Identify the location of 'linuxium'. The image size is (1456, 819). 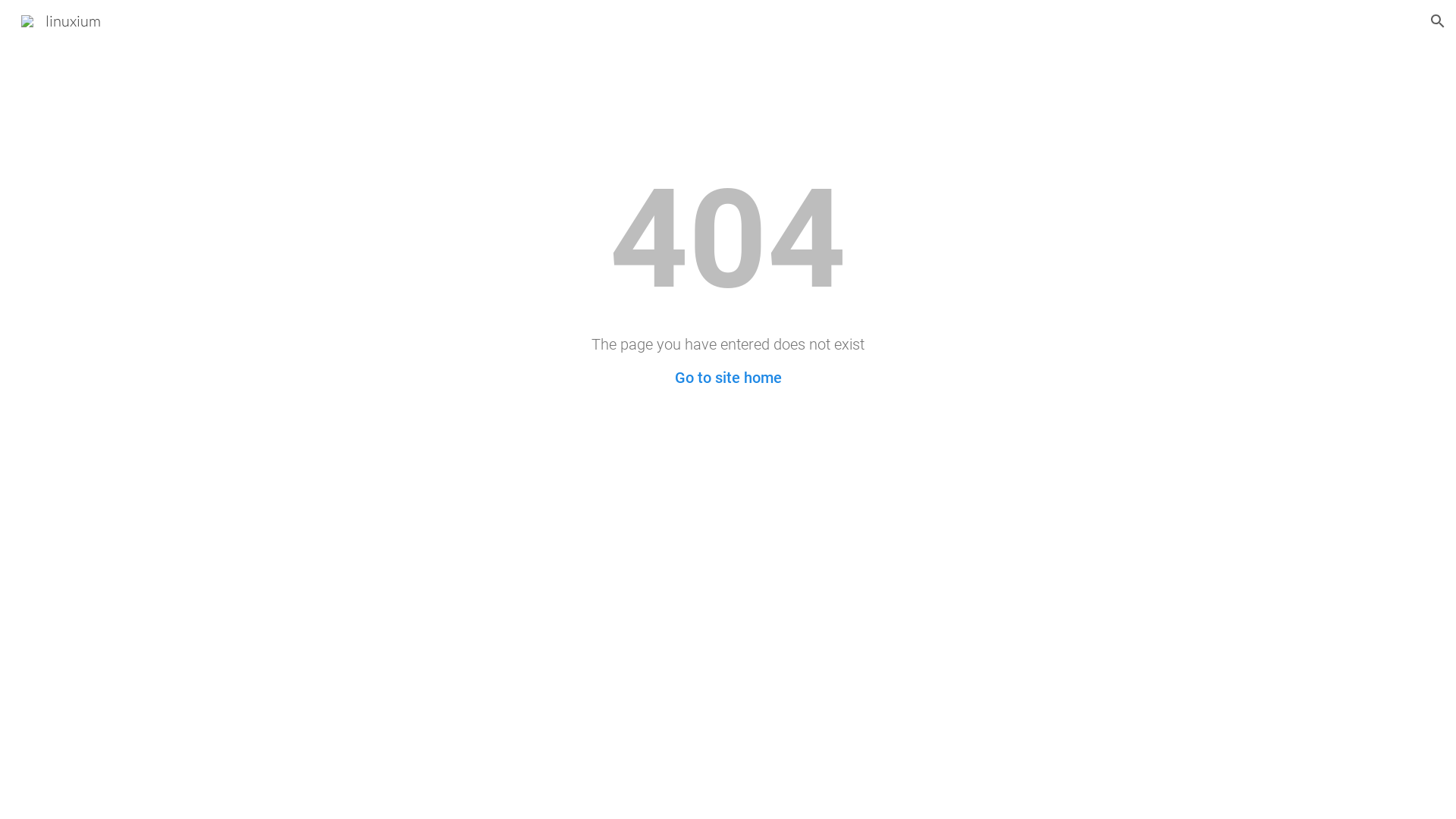
(61, 19).